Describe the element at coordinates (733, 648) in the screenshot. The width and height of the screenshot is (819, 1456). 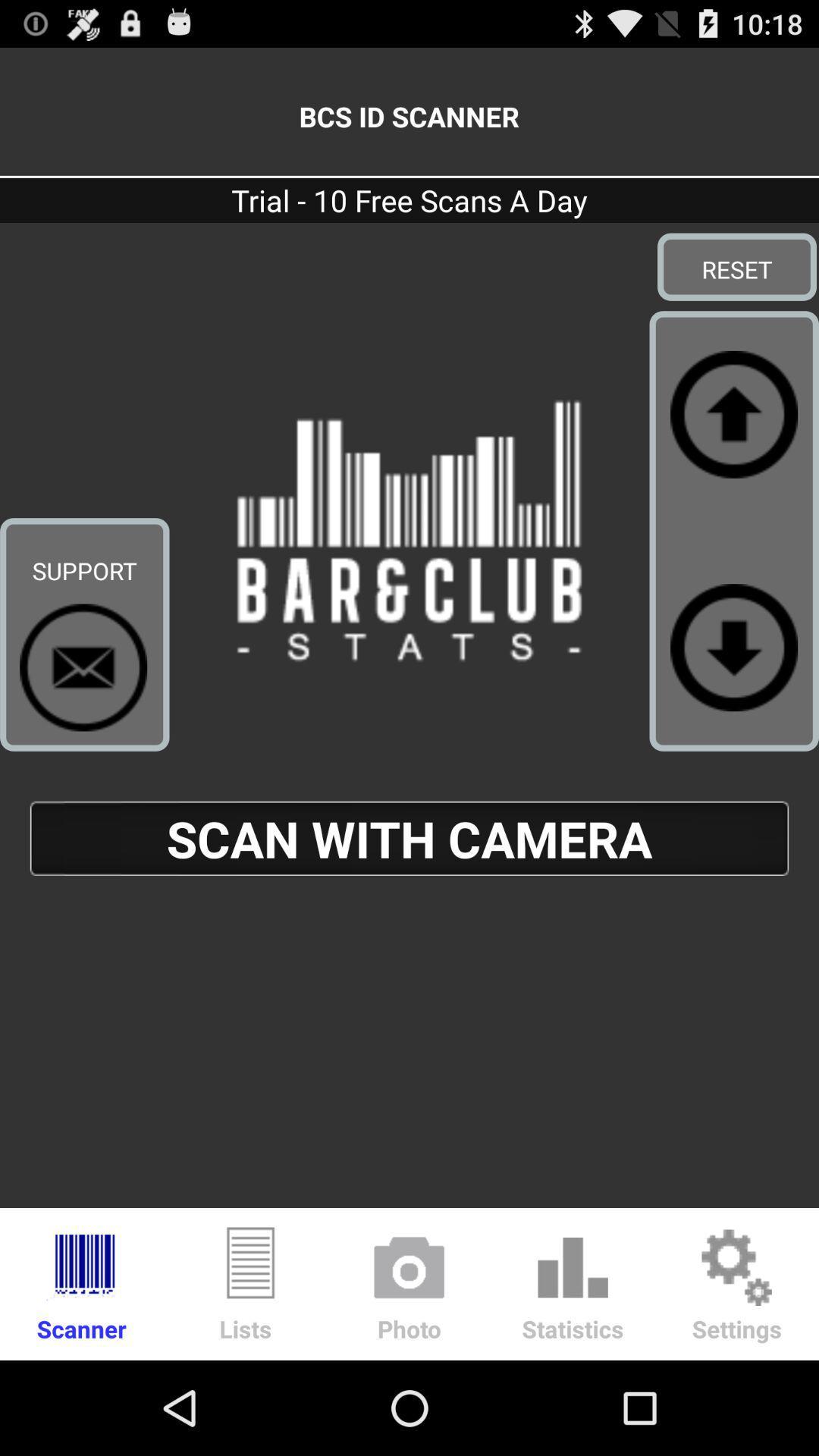
I see `go down` at that location.